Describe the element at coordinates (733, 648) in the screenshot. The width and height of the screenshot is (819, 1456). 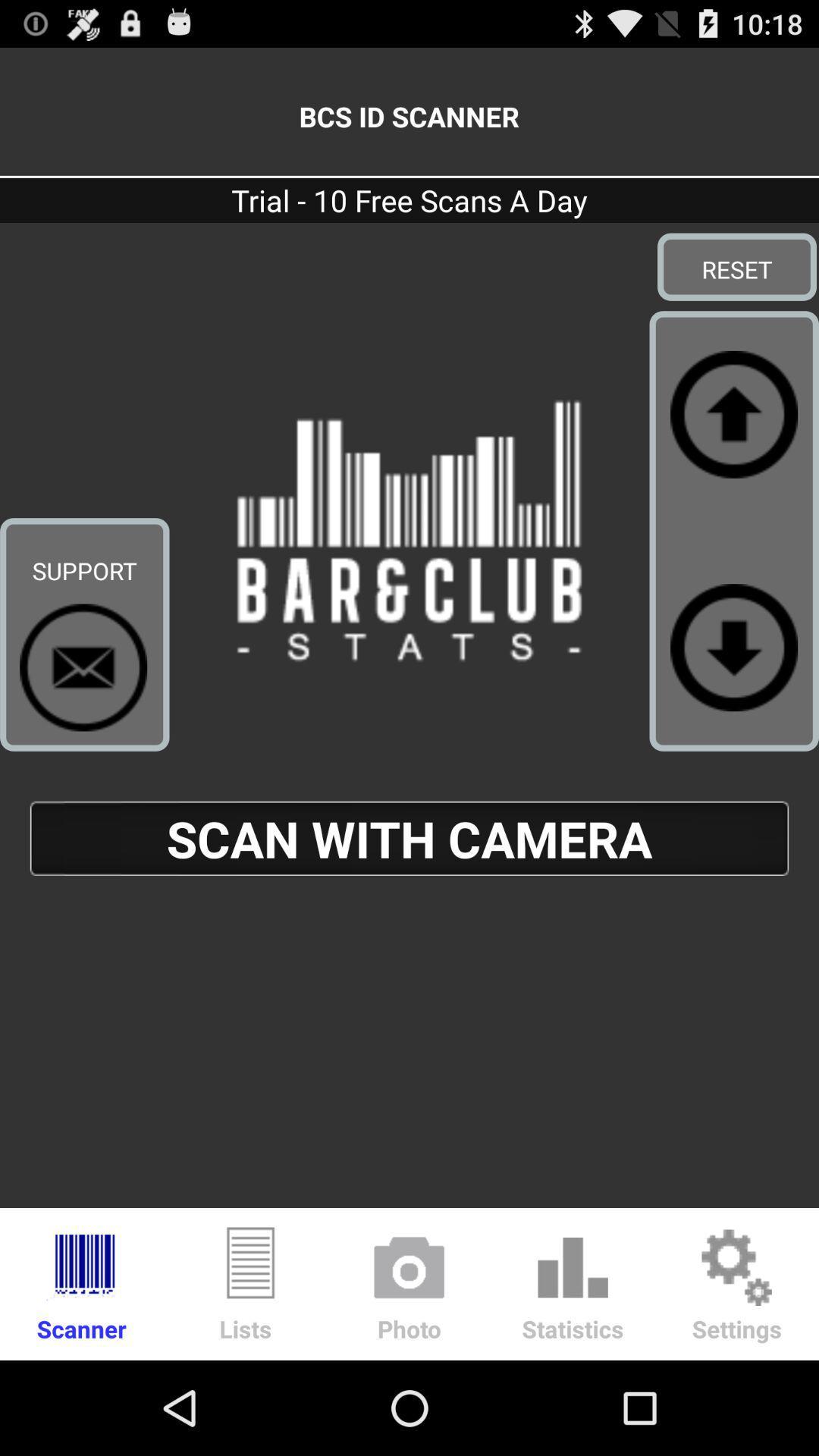
I see `go down` at that location.